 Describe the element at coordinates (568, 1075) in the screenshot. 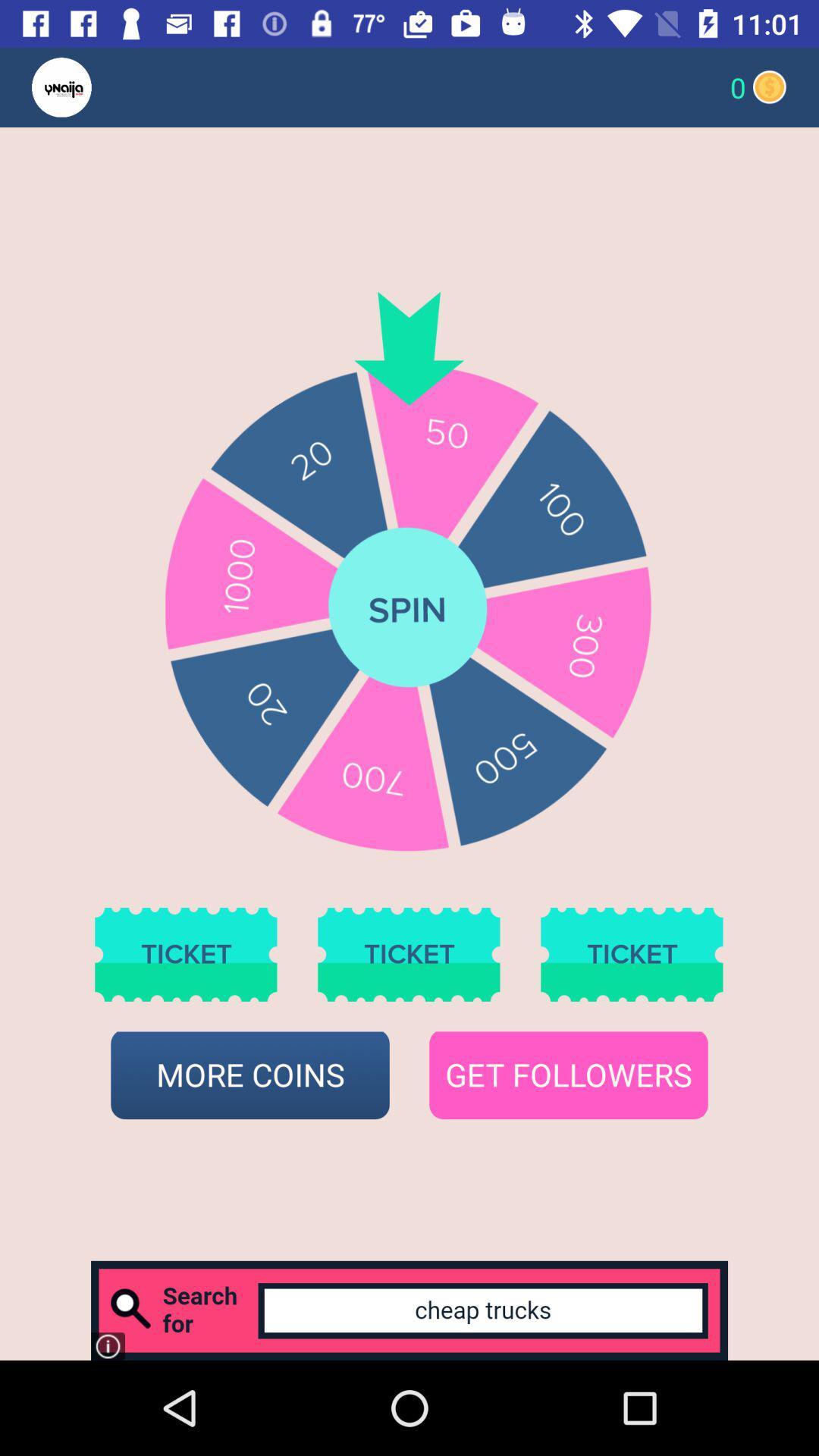

I see `the item to the right of the more coins` at that location.